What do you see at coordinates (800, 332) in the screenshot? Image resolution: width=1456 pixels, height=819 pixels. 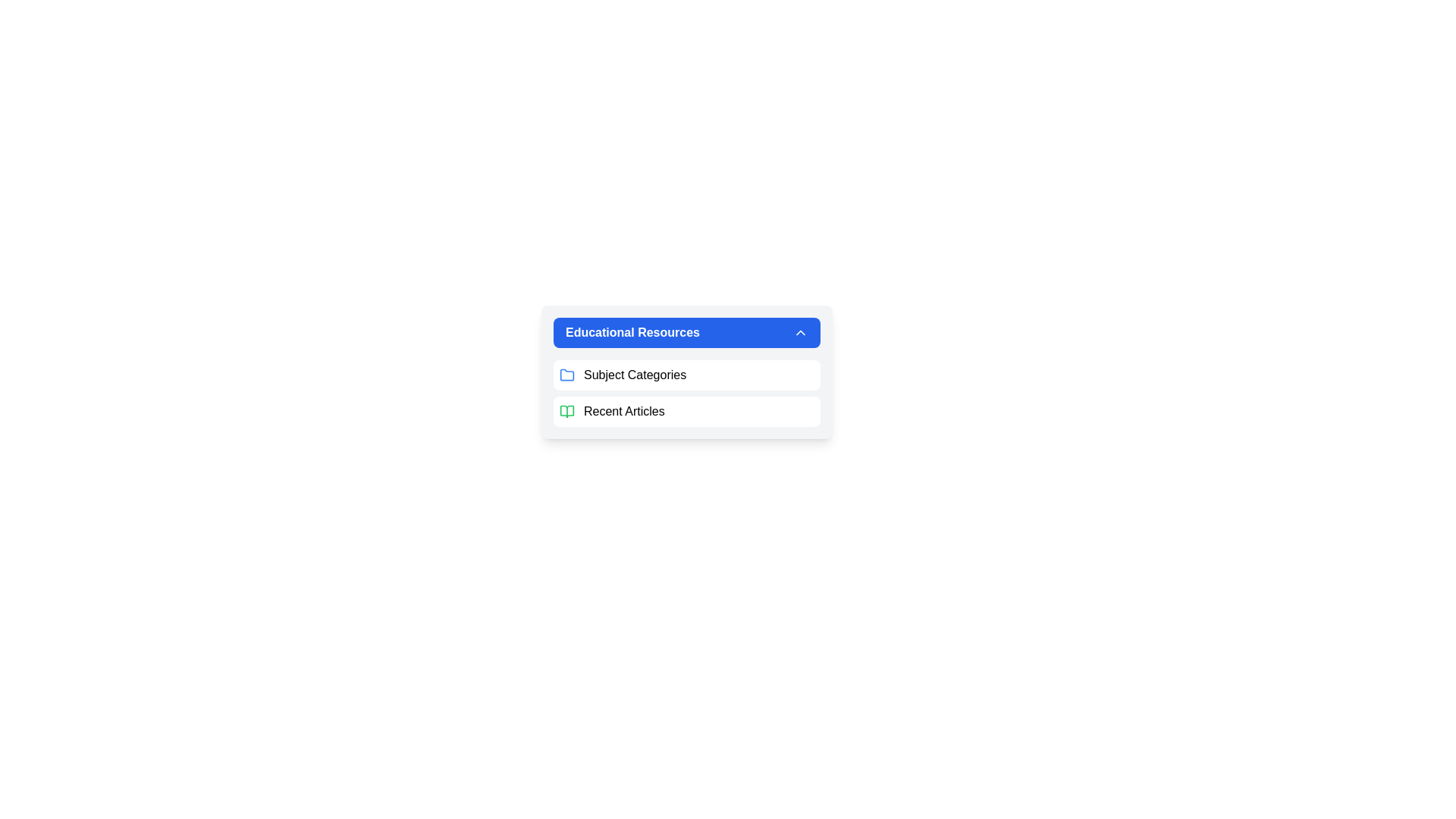 I see `the chevron icon located in the top-right corner of the blue bar labeled 'Educational Resources'` at bounding box center [800, 332].